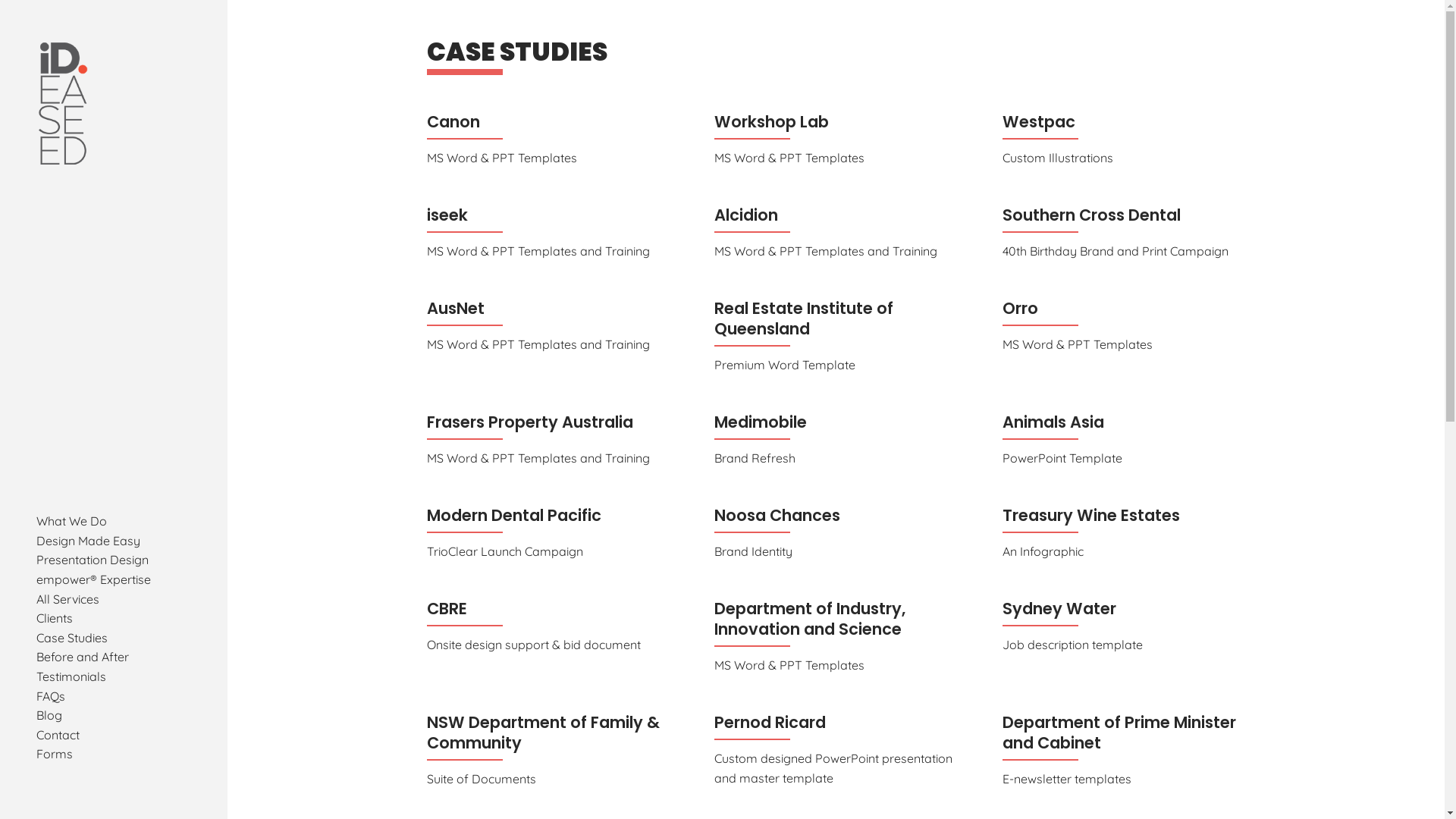 This screenshot has width=1456, height=819. I want to click on 'Presentation Design', so click(91, 559).